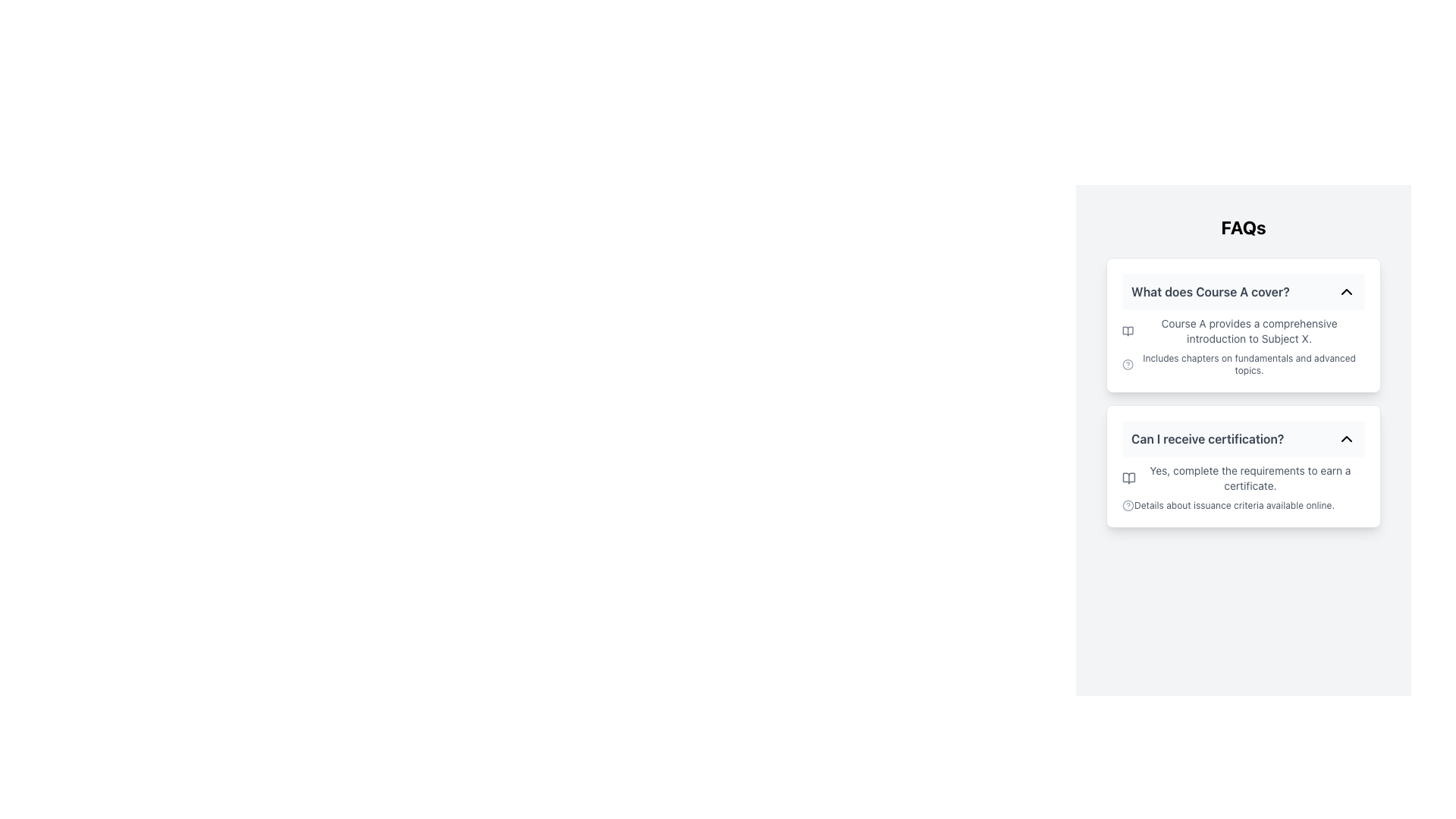  What do you see at coordinates (1244, 479) in the screenshot?
I see `text label that says 'Yes, complete the requirements to earn a certificate.' located within the FAQ section under the question 'Can I receive certification?'` at bounding box center [1244, 479].